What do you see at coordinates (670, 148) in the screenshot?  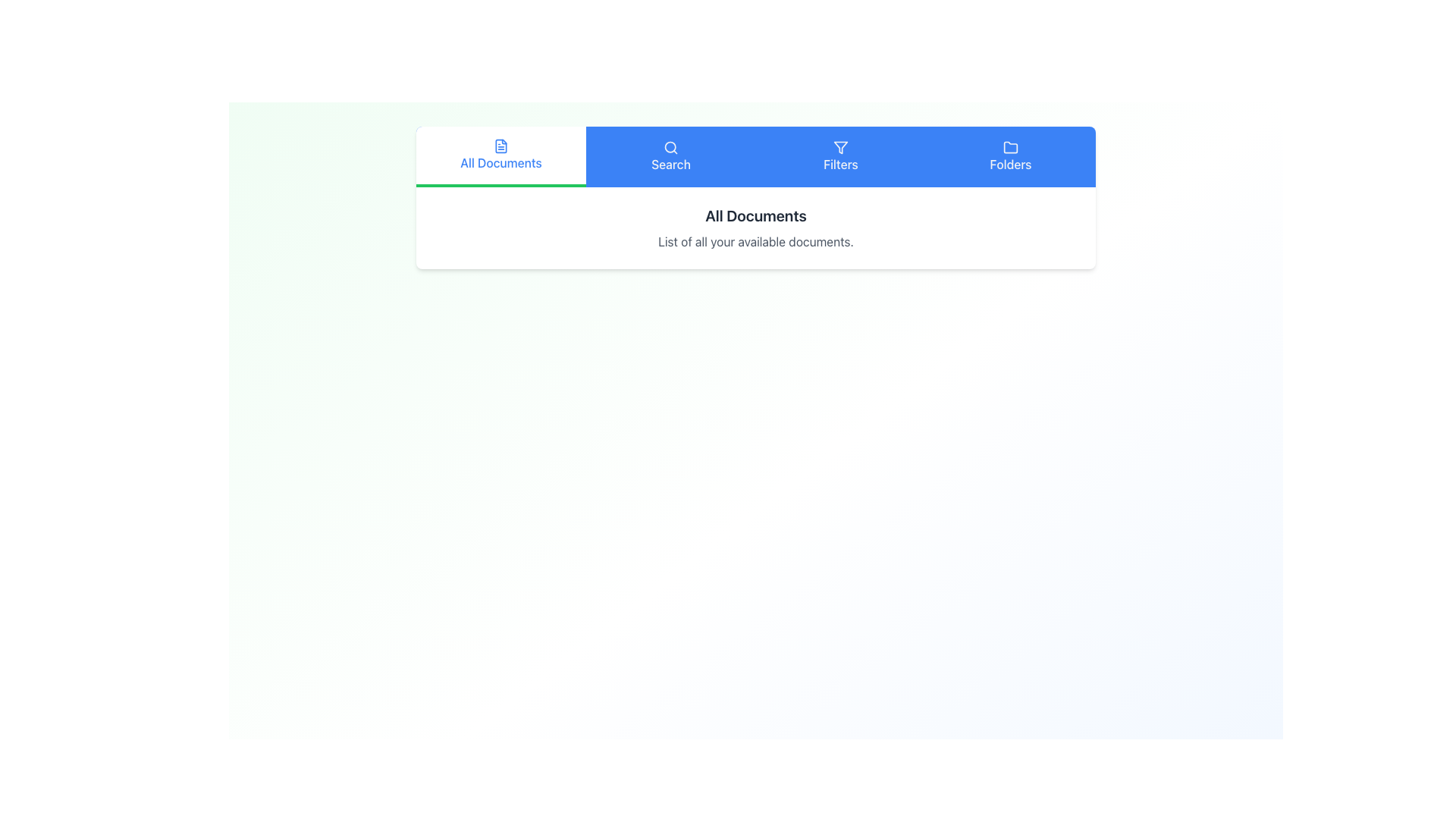 I see `the magnifying glass icon in the second column of the horizontal menu bar to initiate a search action` at bounding box center [670, 148].